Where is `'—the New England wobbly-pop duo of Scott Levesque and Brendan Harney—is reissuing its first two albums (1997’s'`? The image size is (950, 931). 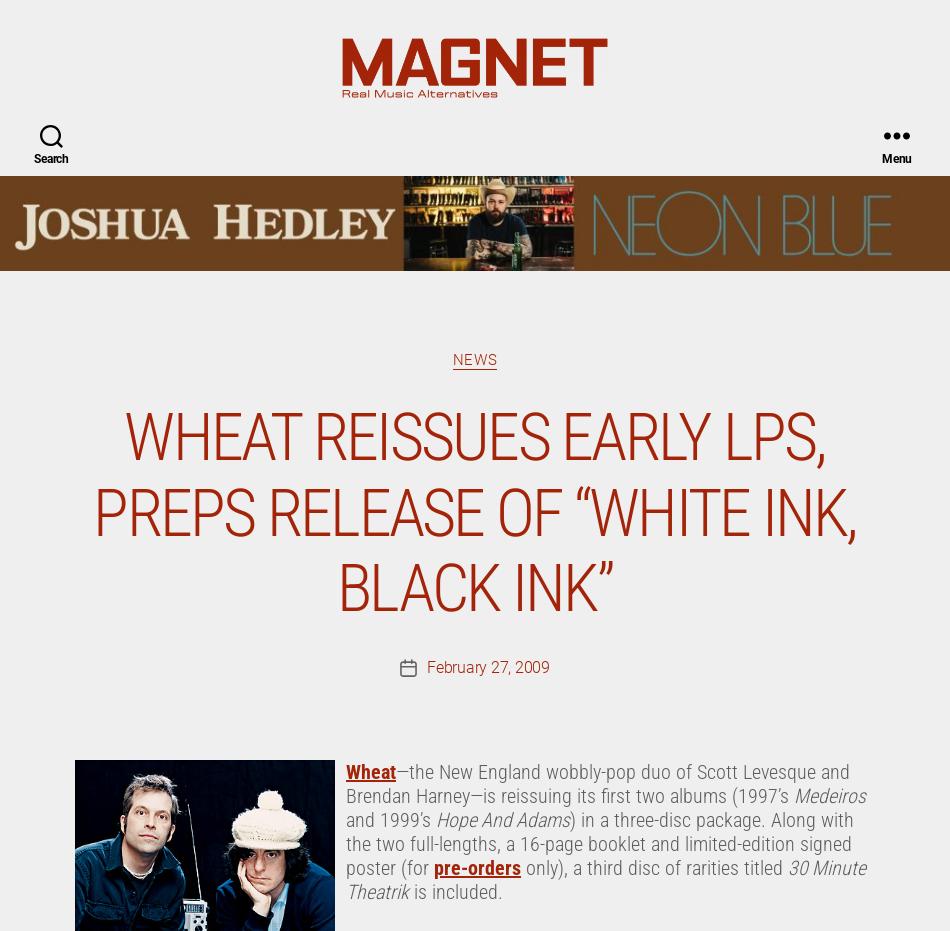 '—the New England wobbly-pop duo of Scott Levesque and Brendan Harney—is reissuing its first two albums (1997’s' is located at coordinates (598, 27).